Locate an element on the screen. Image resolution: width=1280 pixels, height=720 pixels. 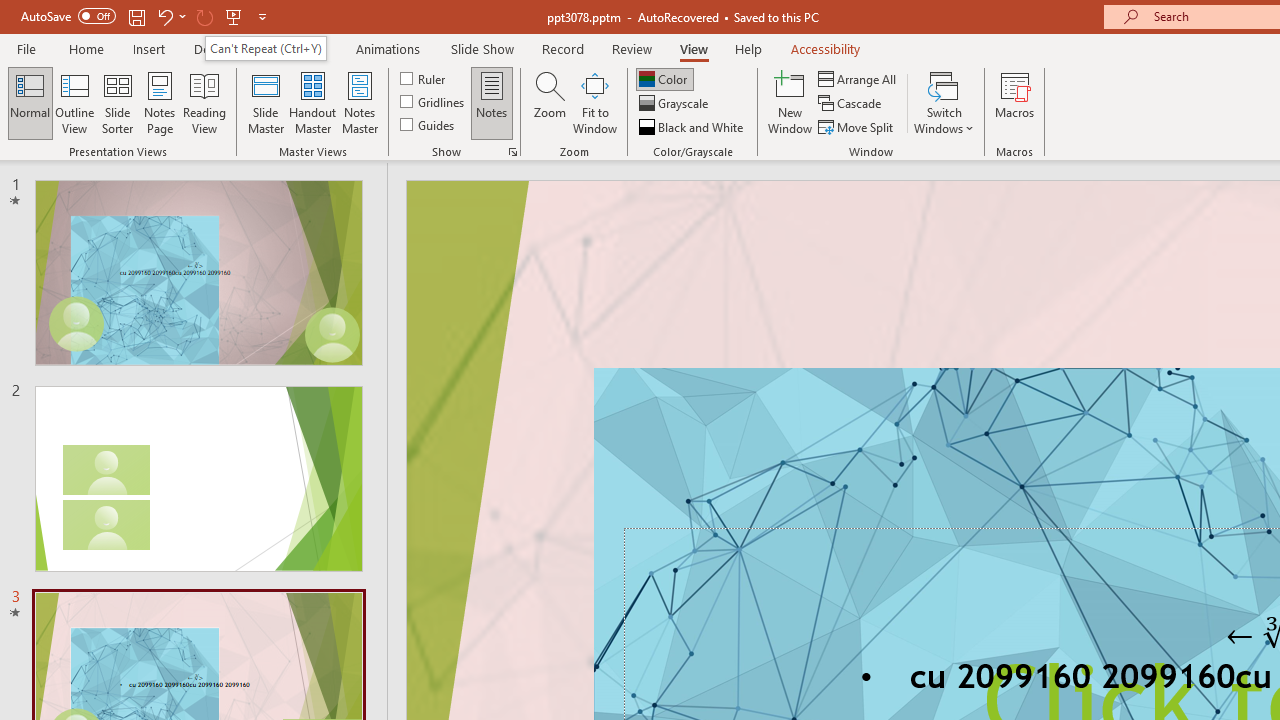
'Gridlines' is located at coordinates (432, 101).